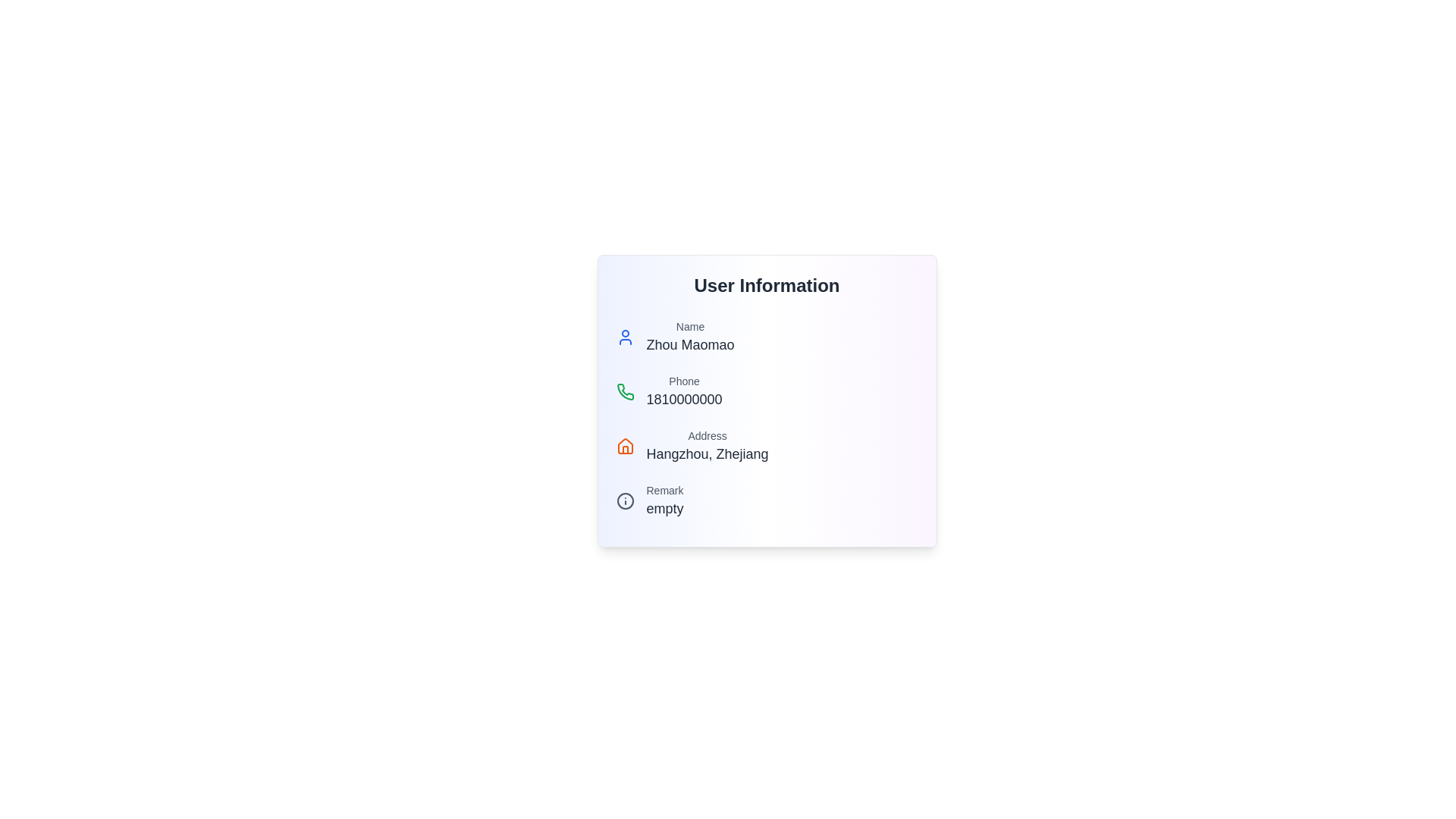 This screenshot has width=1456, height=819. What do you see at coordinates (625, 391) in the screenshot?
I see `the green phone icon, which has a curved receiver shape and is located below the person icon and to the left of the 'Phone' label in the user information card` at bounding box center [625, 391].